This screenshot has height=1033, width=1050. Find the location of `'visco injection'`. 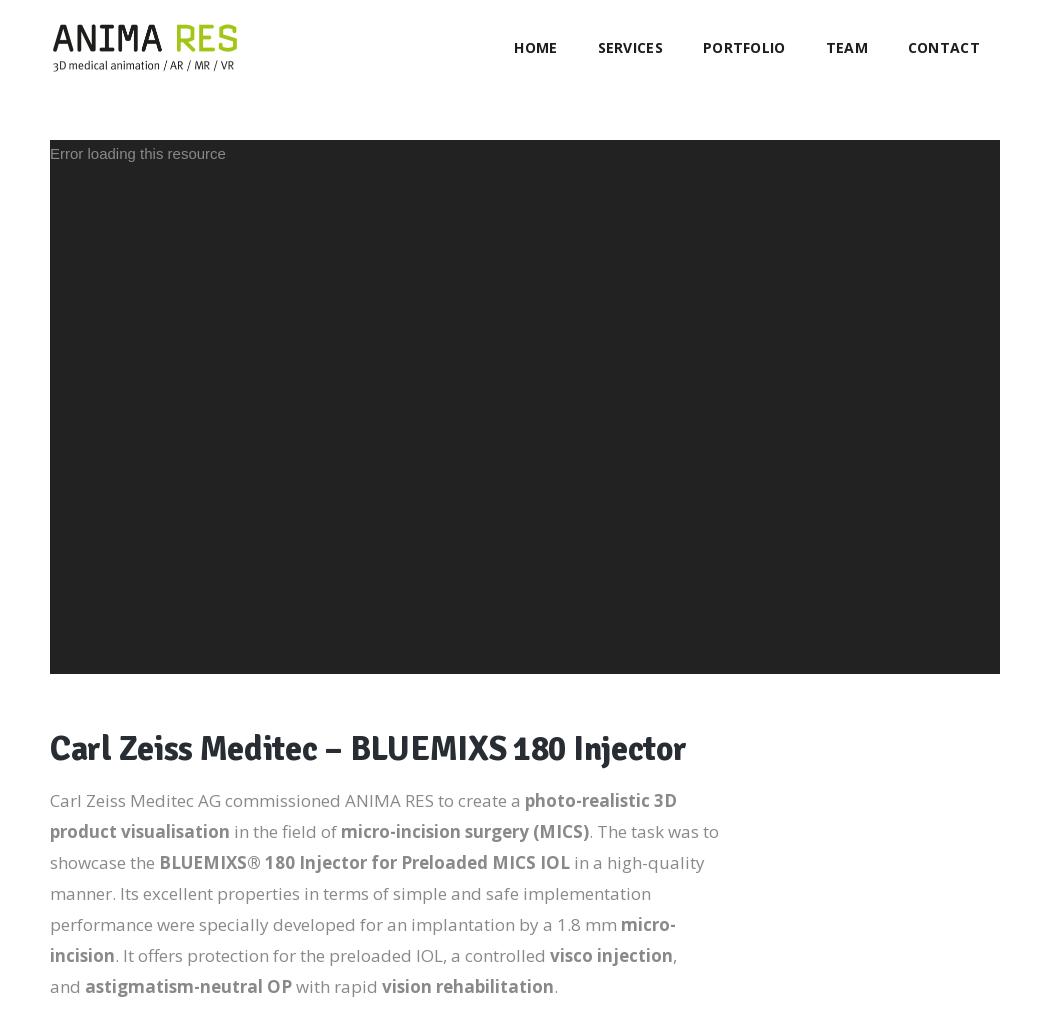

'visco injection' is located at coordinates (611, 954).